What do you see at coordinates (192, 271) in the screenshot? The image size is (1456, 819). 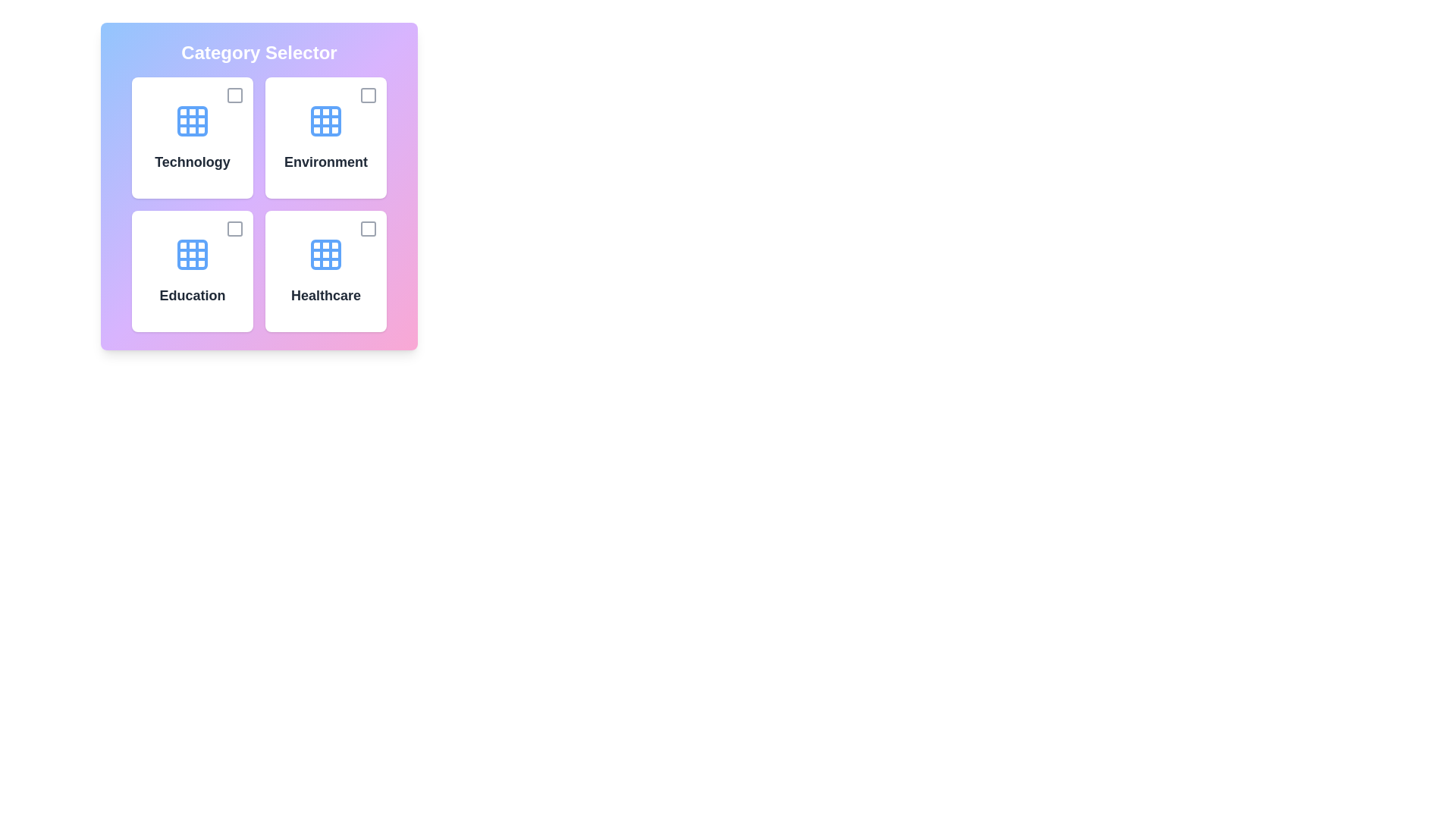 I see `the category card labeled Education to toggle its selection state` at bounding box center [192, 271].